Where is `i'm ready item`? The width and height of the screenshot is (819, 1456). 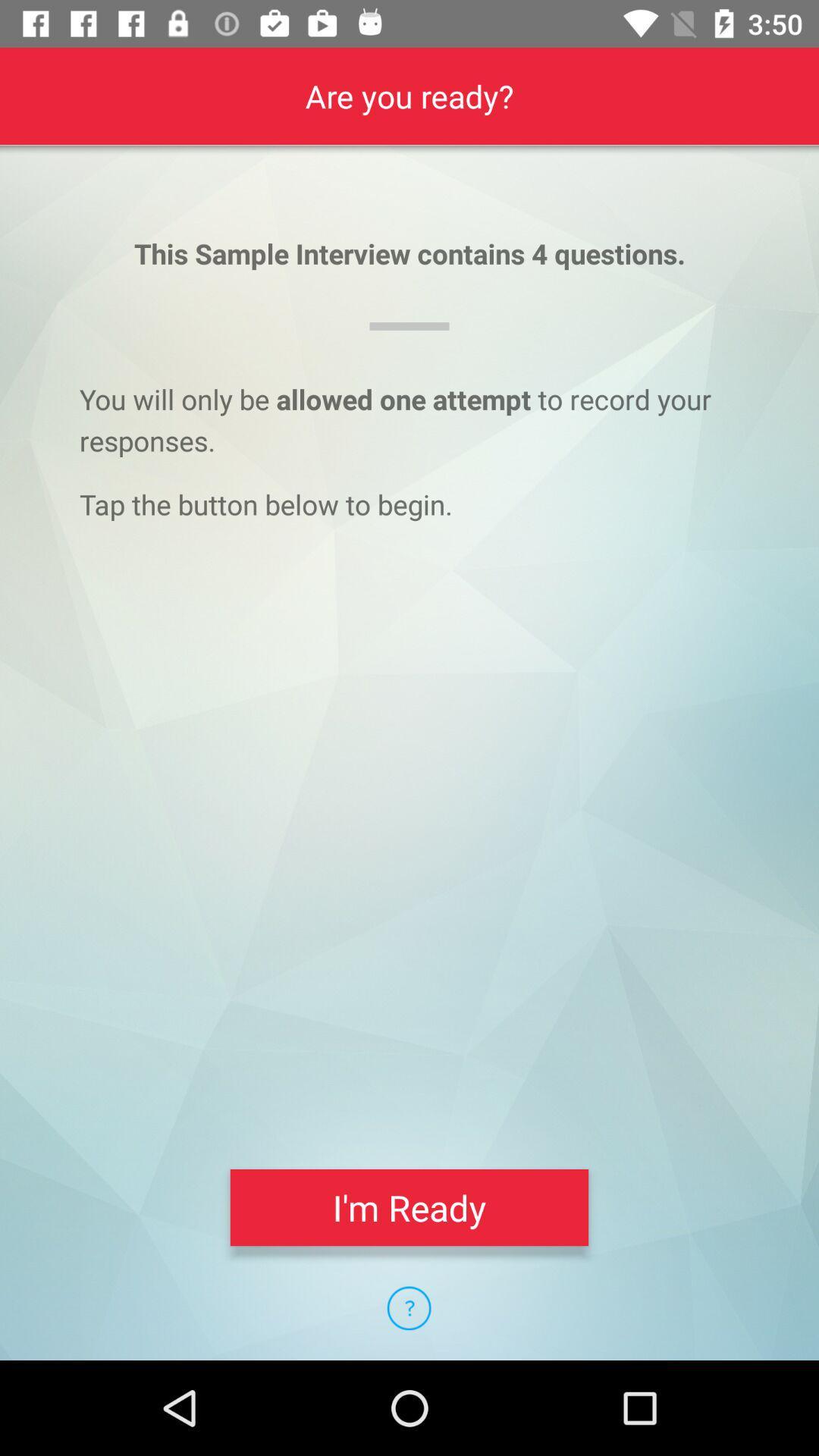 i'm ready item is located at coordinates (409, 1207).